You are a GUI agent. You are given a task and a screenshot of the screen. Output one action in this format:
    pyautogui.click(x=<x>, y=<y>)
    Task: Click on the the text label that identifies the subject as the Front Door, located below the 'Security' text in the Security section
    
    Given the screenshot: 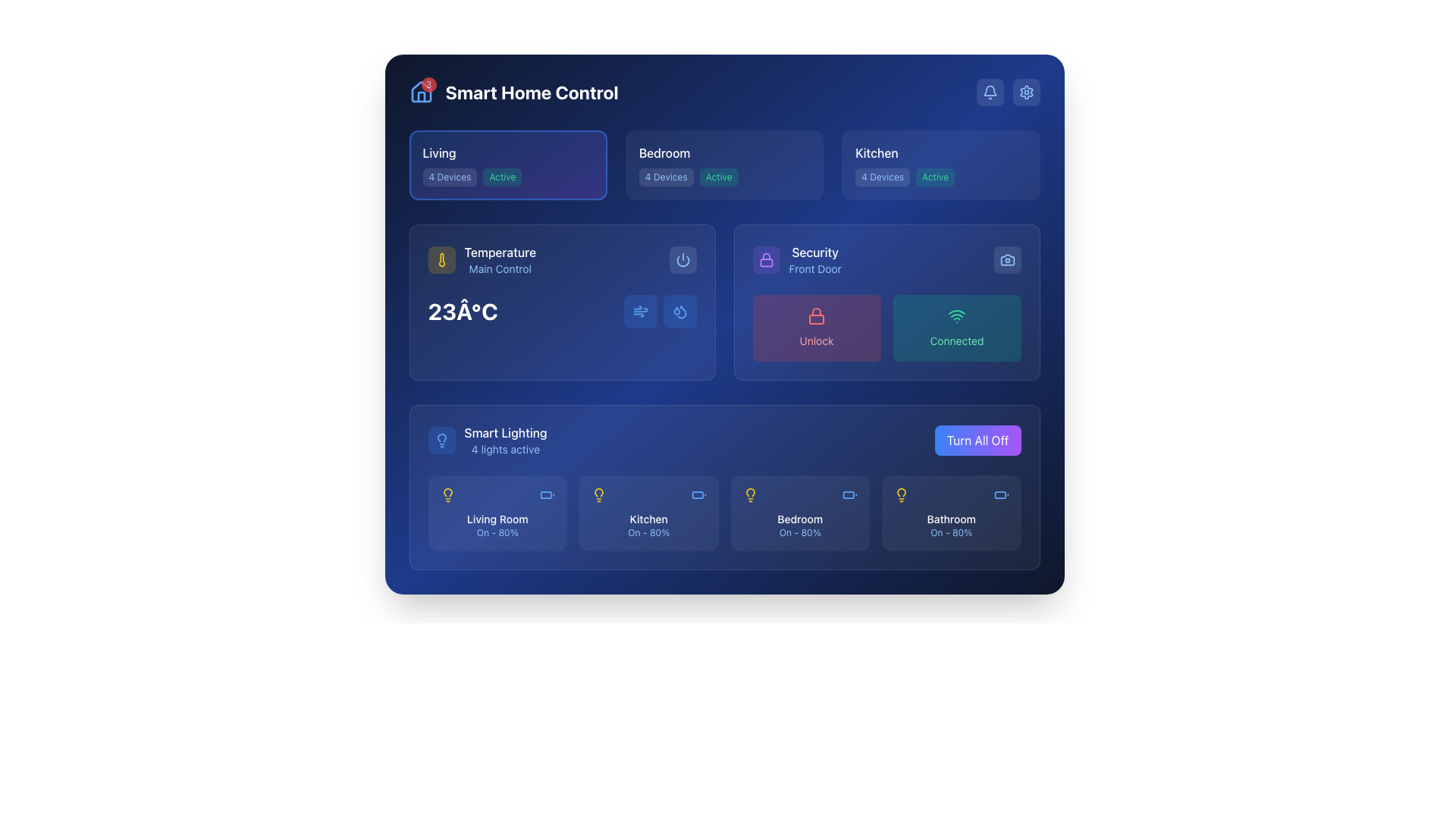 What is the action you would take?
    pyautogui.click(x=814, y=268)
    